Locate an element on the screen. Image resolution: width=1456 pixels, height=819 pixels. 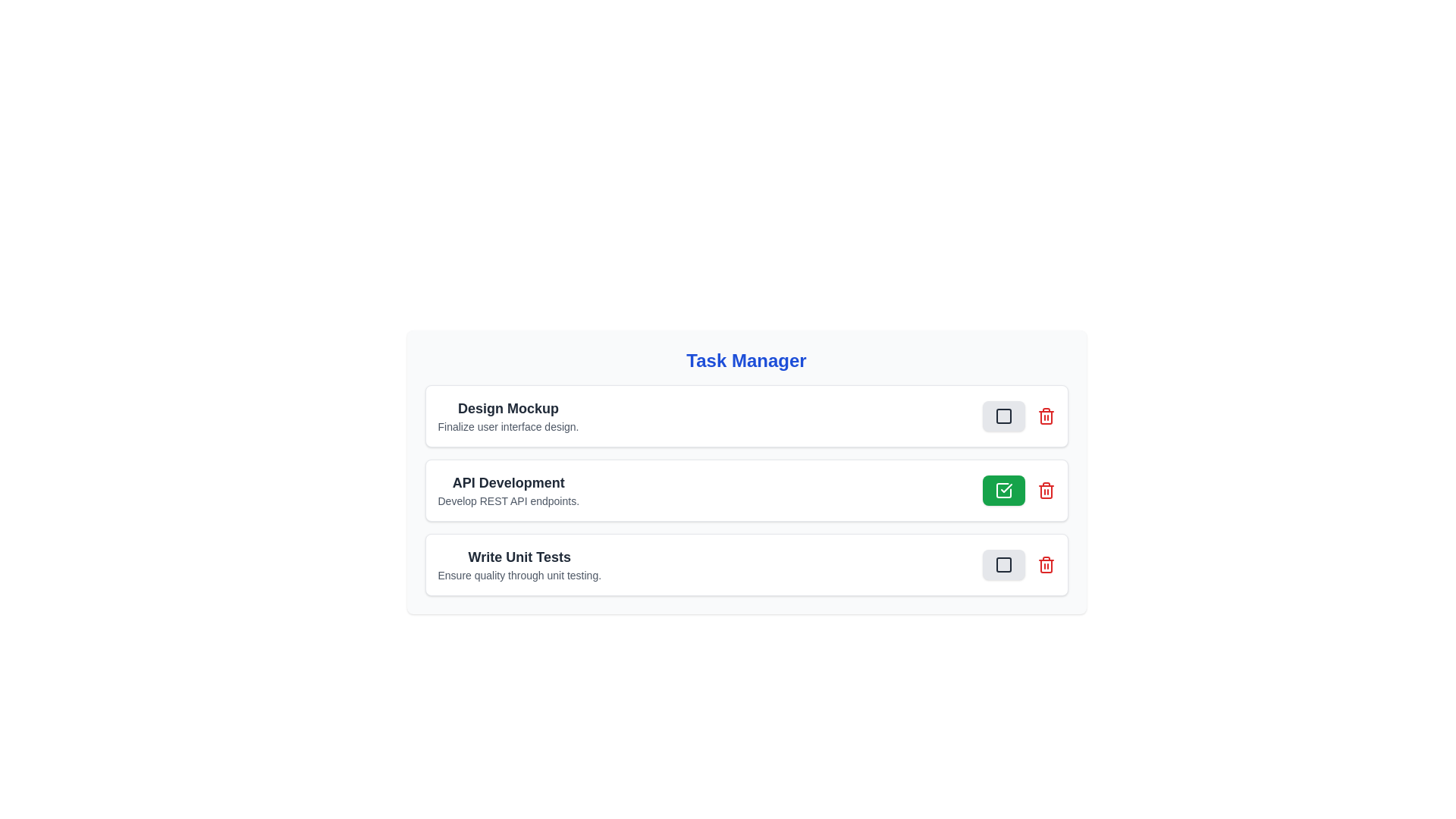
text content of the Task entry component labeled 'API Development' with the subtitle 'Develop REST API endpoints.', which is the second item in a vertical list of tasks is located at coordinates (508, 491).